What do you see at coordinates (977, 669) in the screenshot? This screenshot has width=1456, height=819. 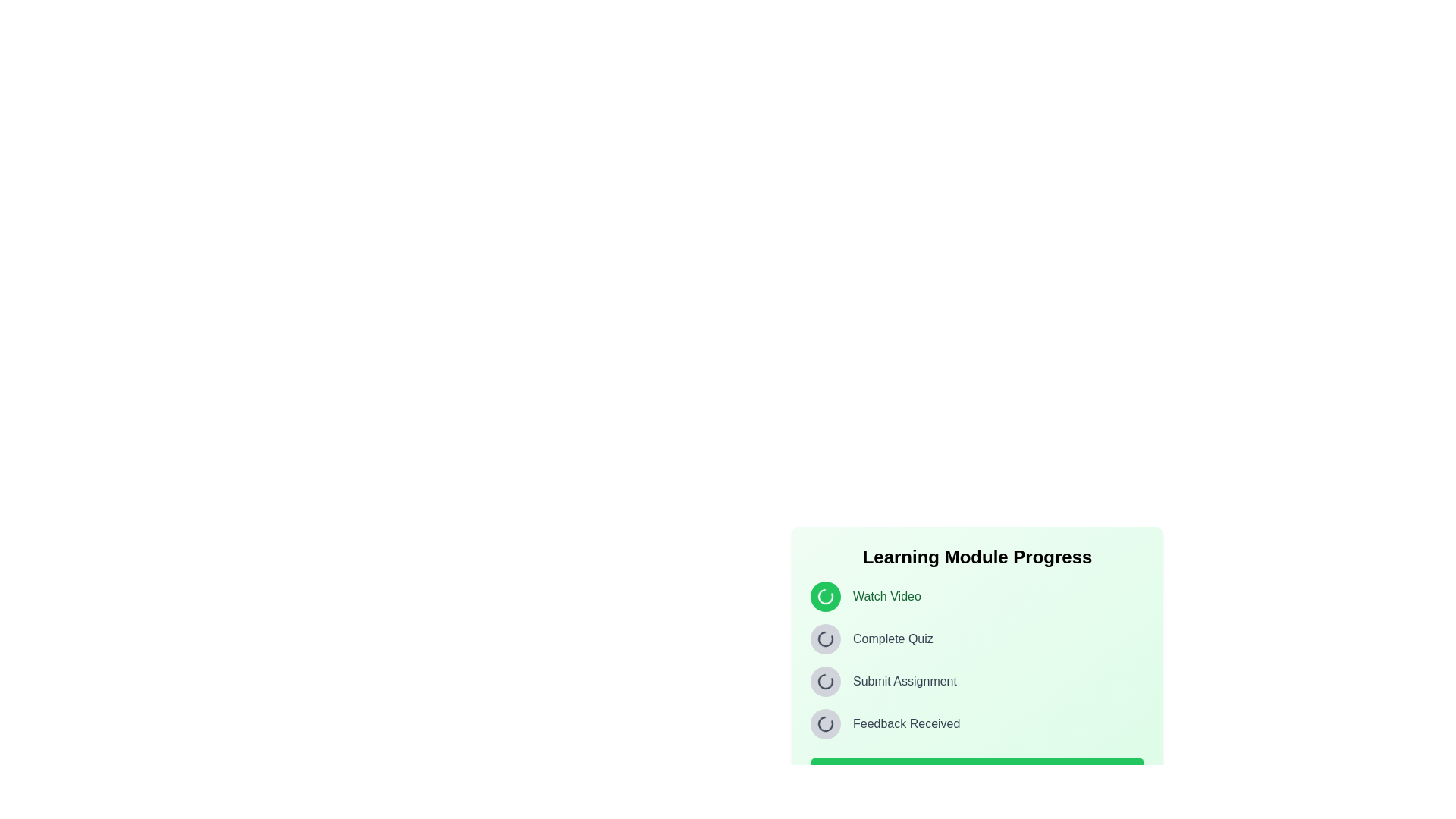 I see `the 'Submit Assignment' task element, which represents the third task in the Learning Module Progress section, indicating it is pending or incomplete` at bounding box center [977, 669].